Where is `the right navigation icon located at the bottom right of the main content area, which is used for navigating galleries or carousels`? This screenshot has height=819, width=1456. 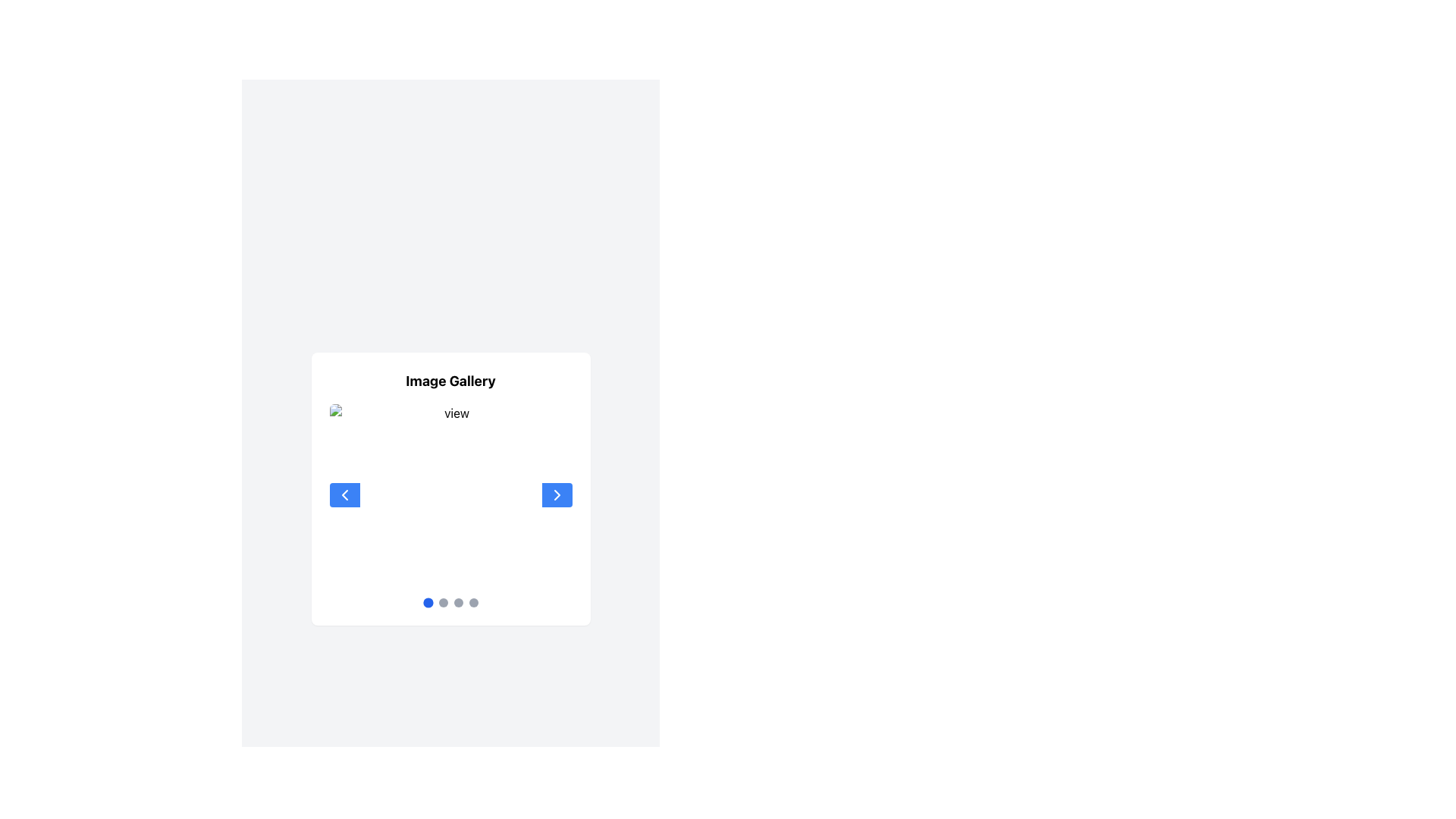
the right navigation icon located at the bottom right of the main content area, which is used for navigating galleries or carousels is located at coordinates (556, 494).